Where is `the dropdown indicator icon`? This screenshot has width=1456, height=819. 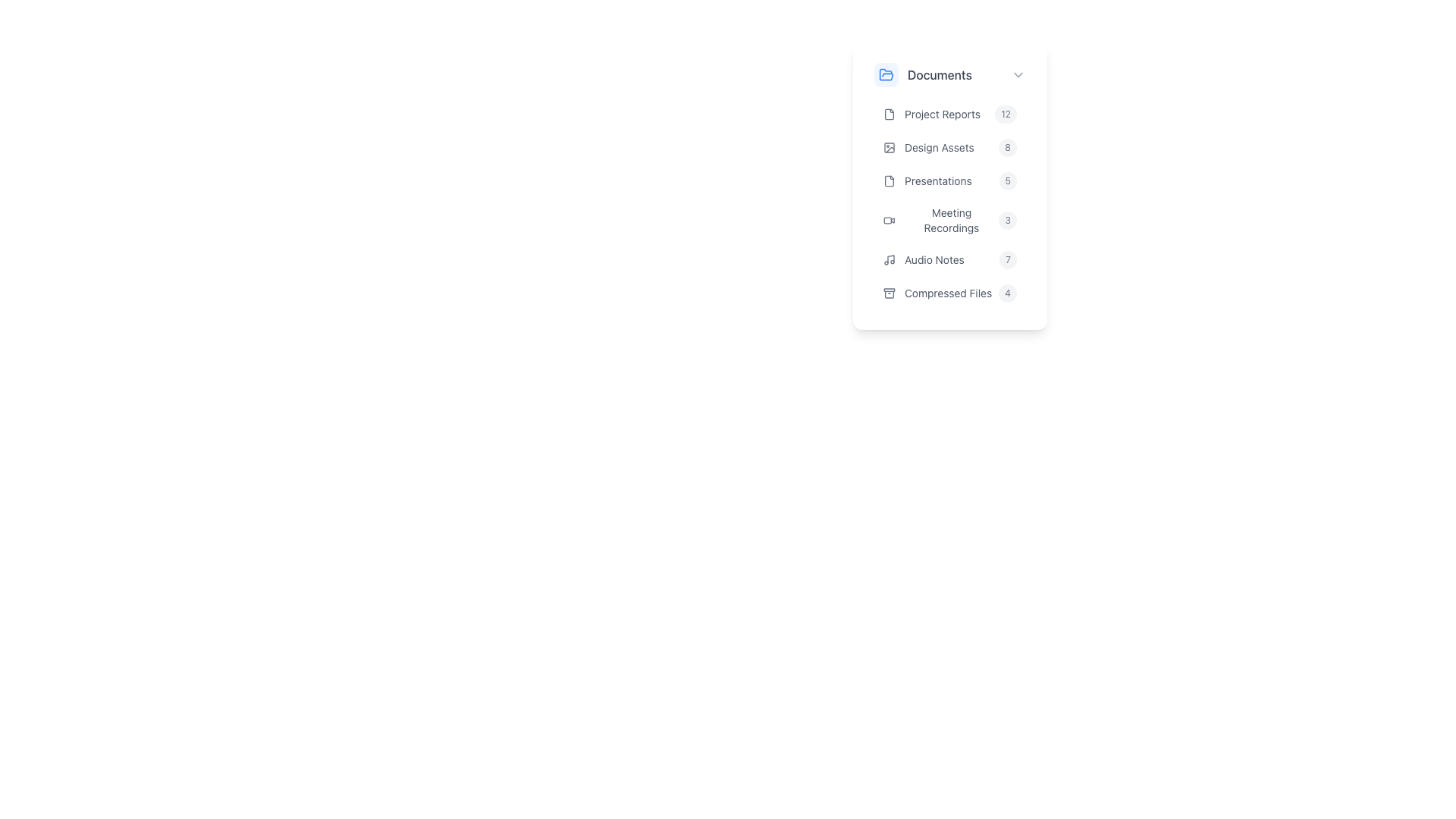 the dropdown indicator icon is located at coordinates (1018, 75).